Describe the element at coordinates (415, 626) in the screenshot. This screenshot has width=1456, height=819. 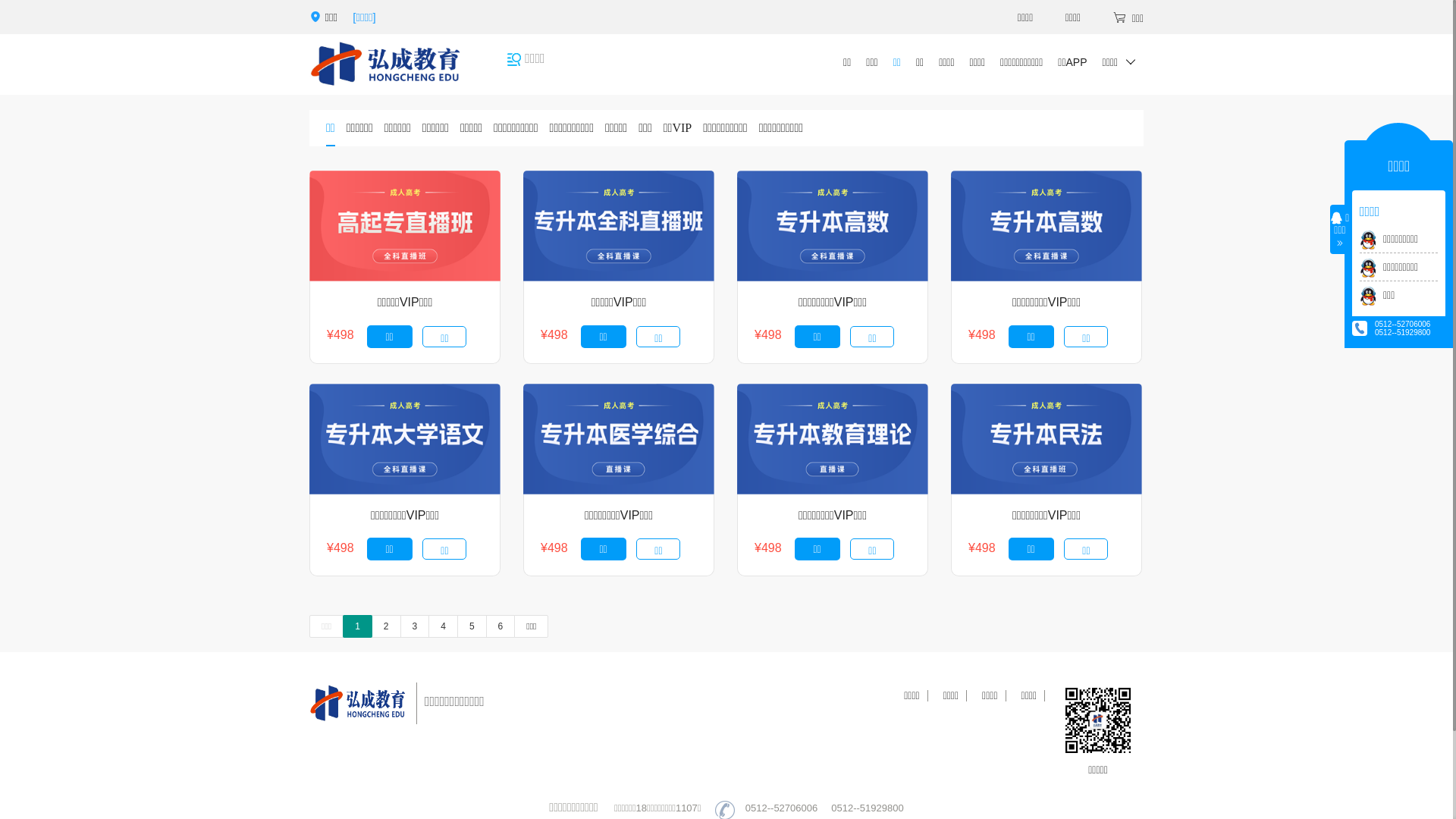
I see `'3'` at that location.